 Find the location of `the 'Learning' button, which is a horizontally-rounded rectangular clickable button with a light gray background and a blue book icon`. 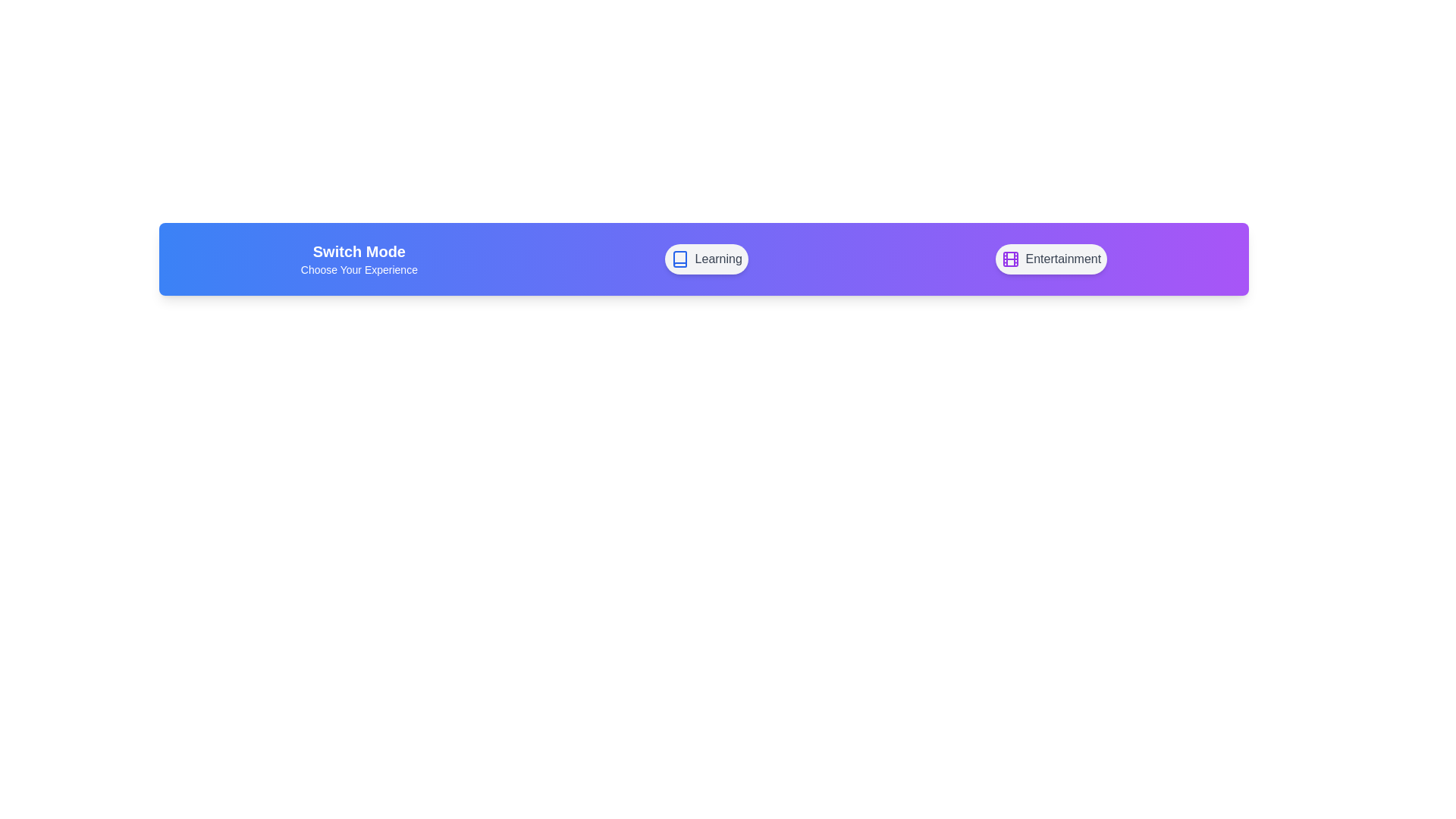

the 'Learning' button, which is a horizontally-rounded rectangular clickable button with a light gray background and a blue book icon is located at coordinates (705, 259).